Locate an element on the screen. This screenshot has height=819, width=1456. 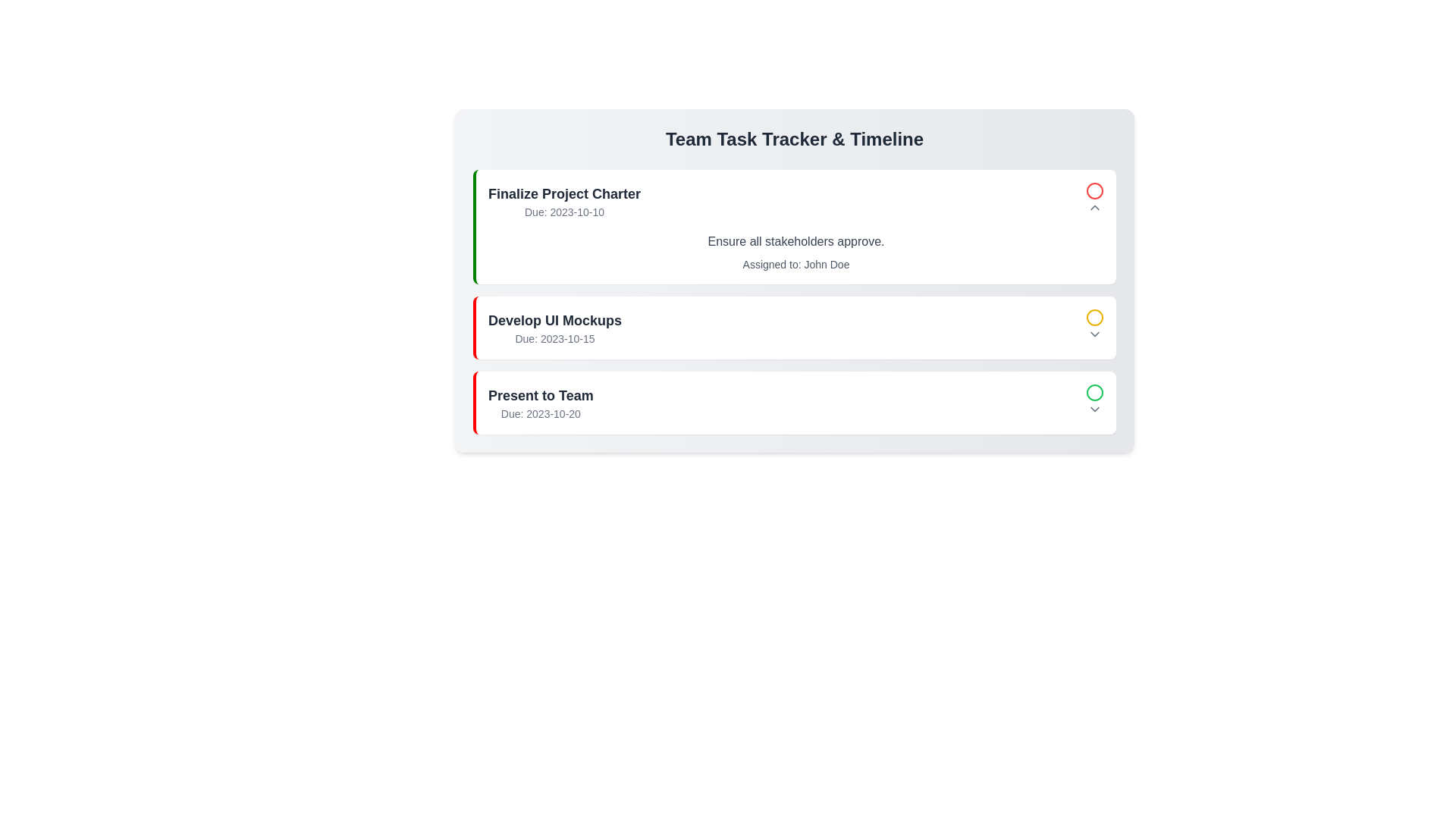
the task card displaying 'Present to Team' and 'Due: 2023-10-20', which is the third item in the vertical list of task cards is located at coordinates (795, 402).